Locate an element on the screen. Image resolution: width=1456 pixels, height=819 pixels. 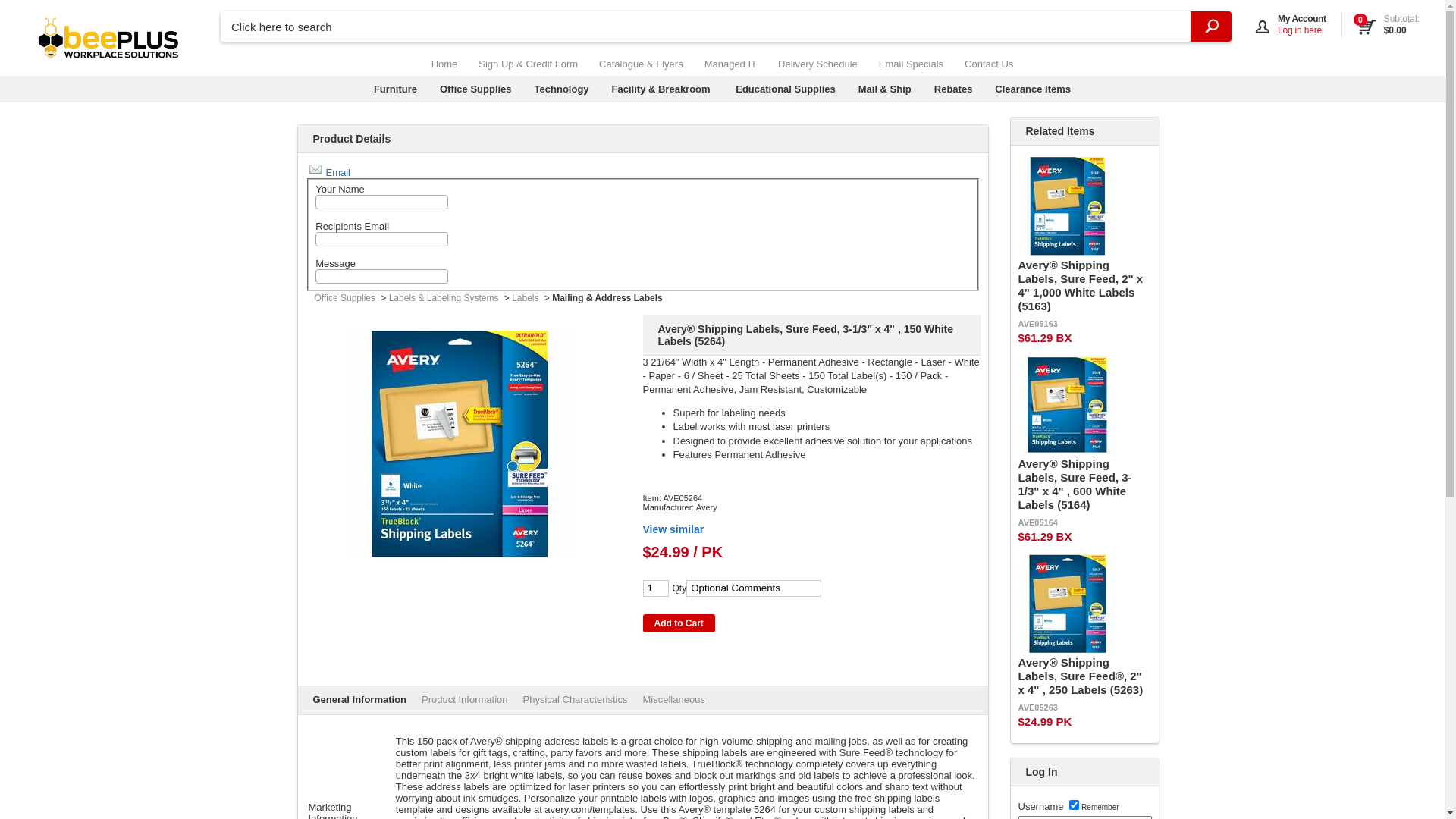
'General Information' is located at coordinates (359, 699).